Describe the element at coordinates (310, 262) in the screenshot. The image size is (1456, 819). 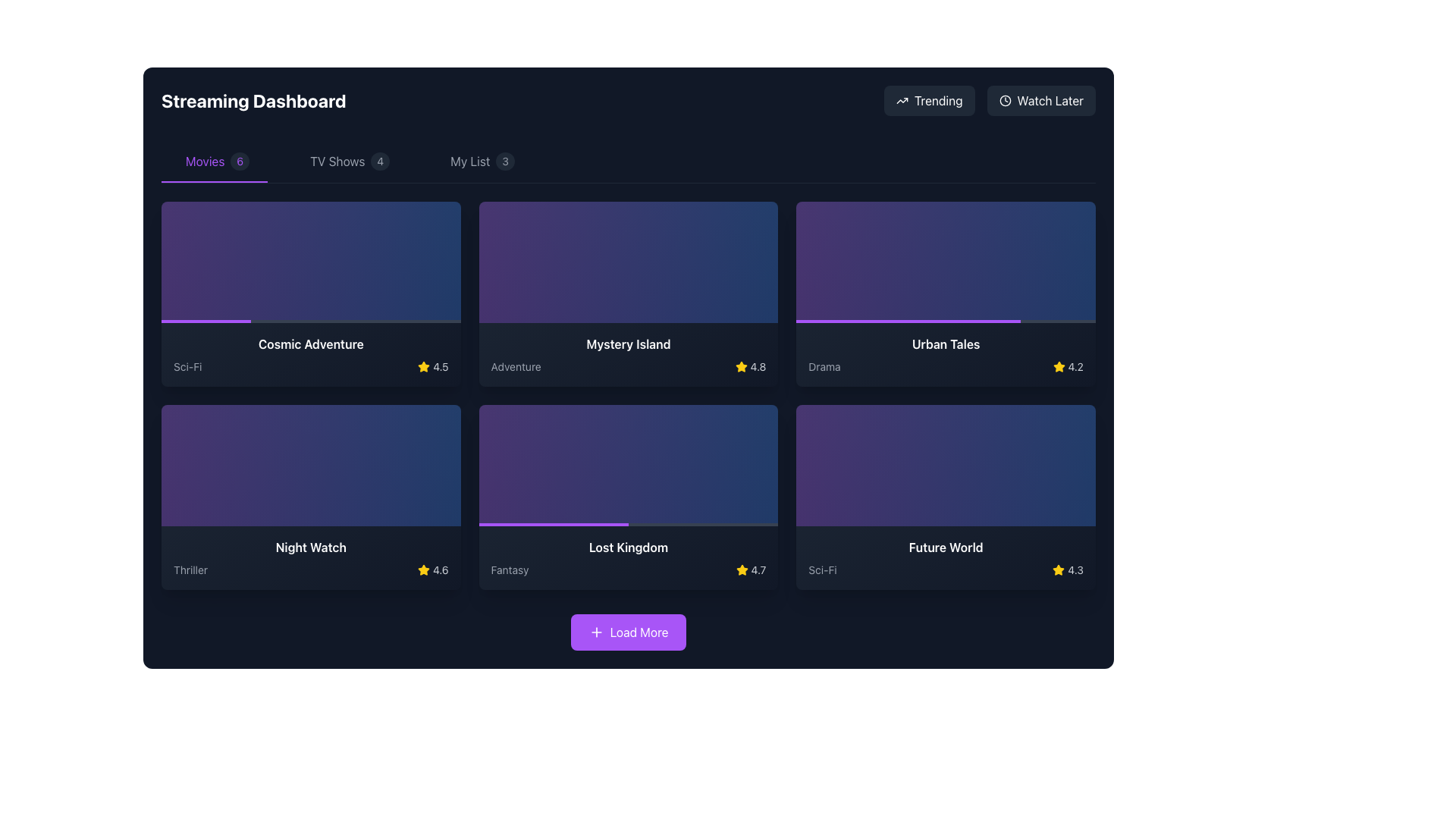
I see `the decorative background of the 'Cosmic Adventure' card, which is located at the top section and enhances the card's appearance` at that location.